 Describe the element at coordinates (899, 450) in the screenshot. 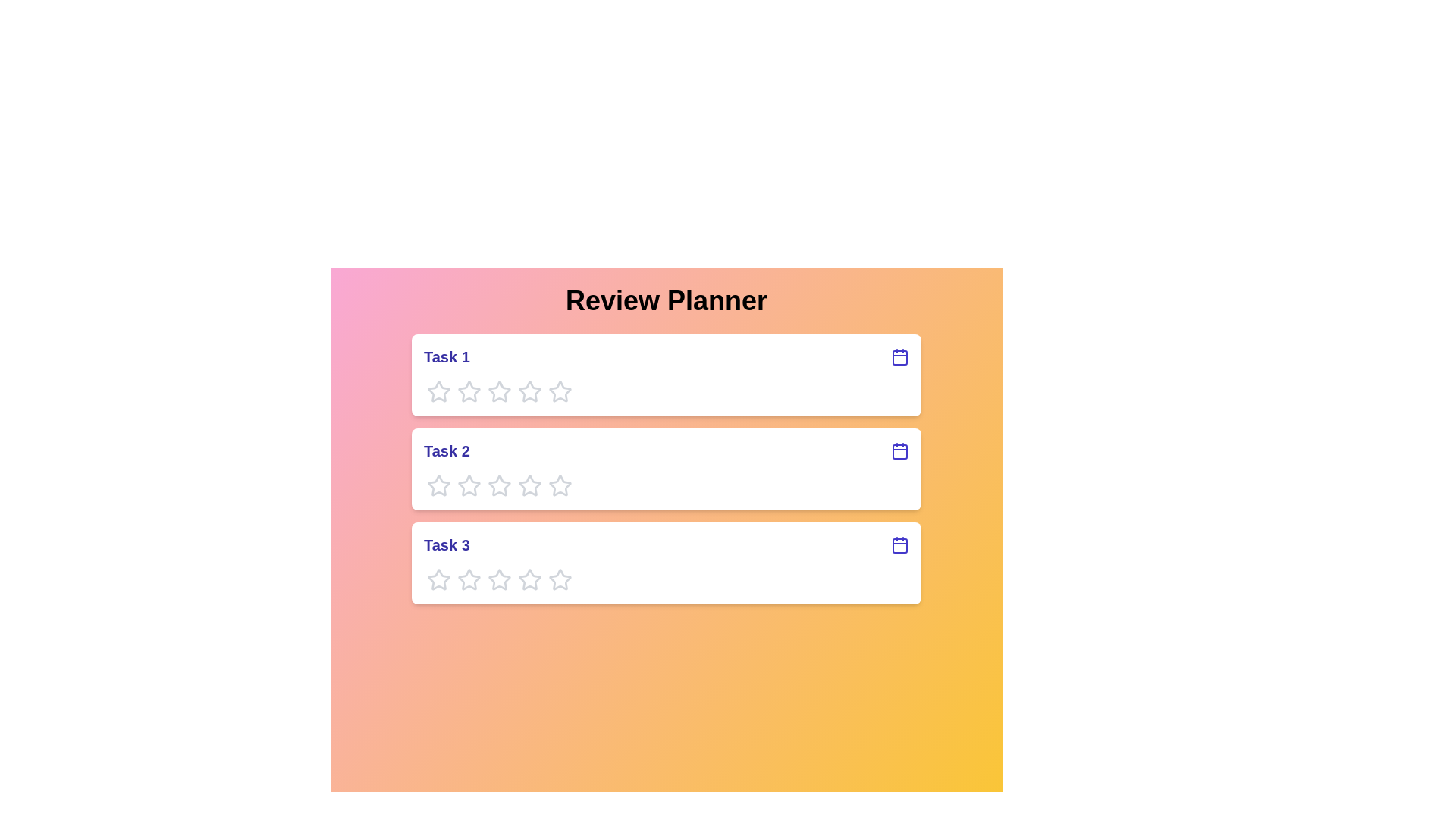

I see `the calendar icon for Task 2` at that location.